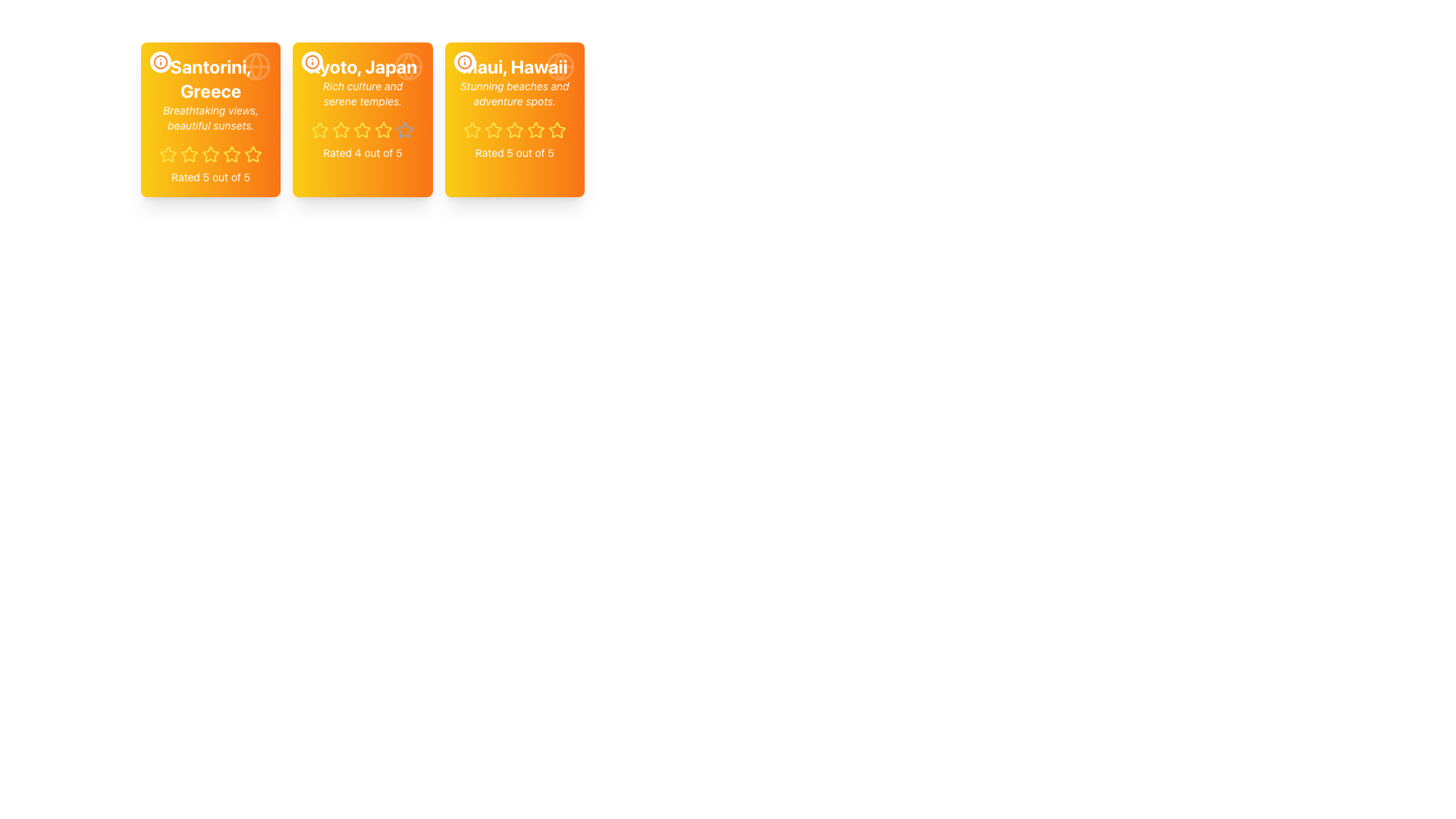 This screenshot has width=1456, height=819. What do you see at coordinates (514, 82) in the screenshot?
I see `text content of the Text Block displaying 'Maui, Hawaii' and 'Stunning beaches and adventure spots.' which is located in the third card from the left, centered within an orange-yellow gradient background` at bounding box center [514, 82].